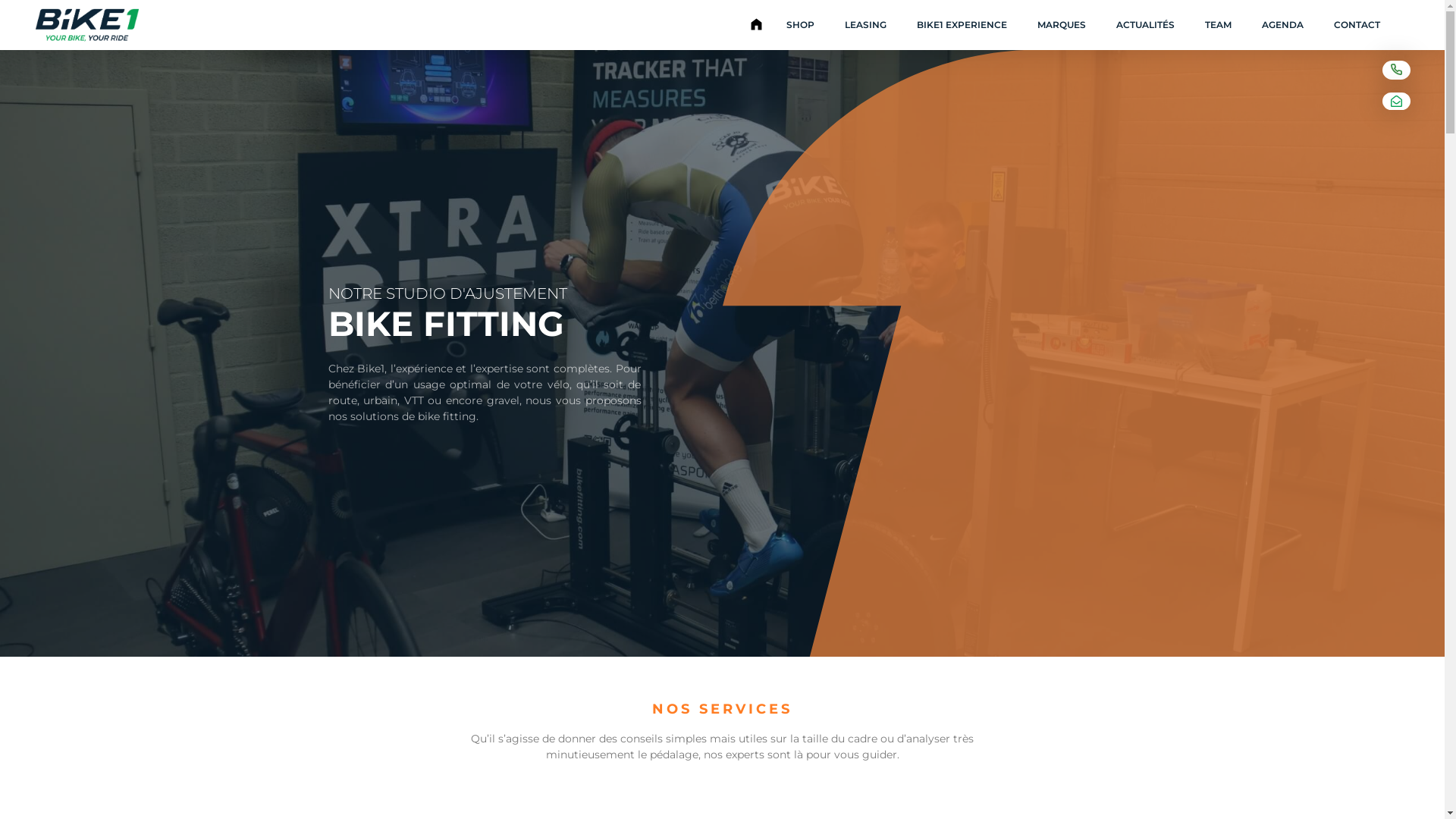  I want to click on 'SHOP', so click(799, 25).